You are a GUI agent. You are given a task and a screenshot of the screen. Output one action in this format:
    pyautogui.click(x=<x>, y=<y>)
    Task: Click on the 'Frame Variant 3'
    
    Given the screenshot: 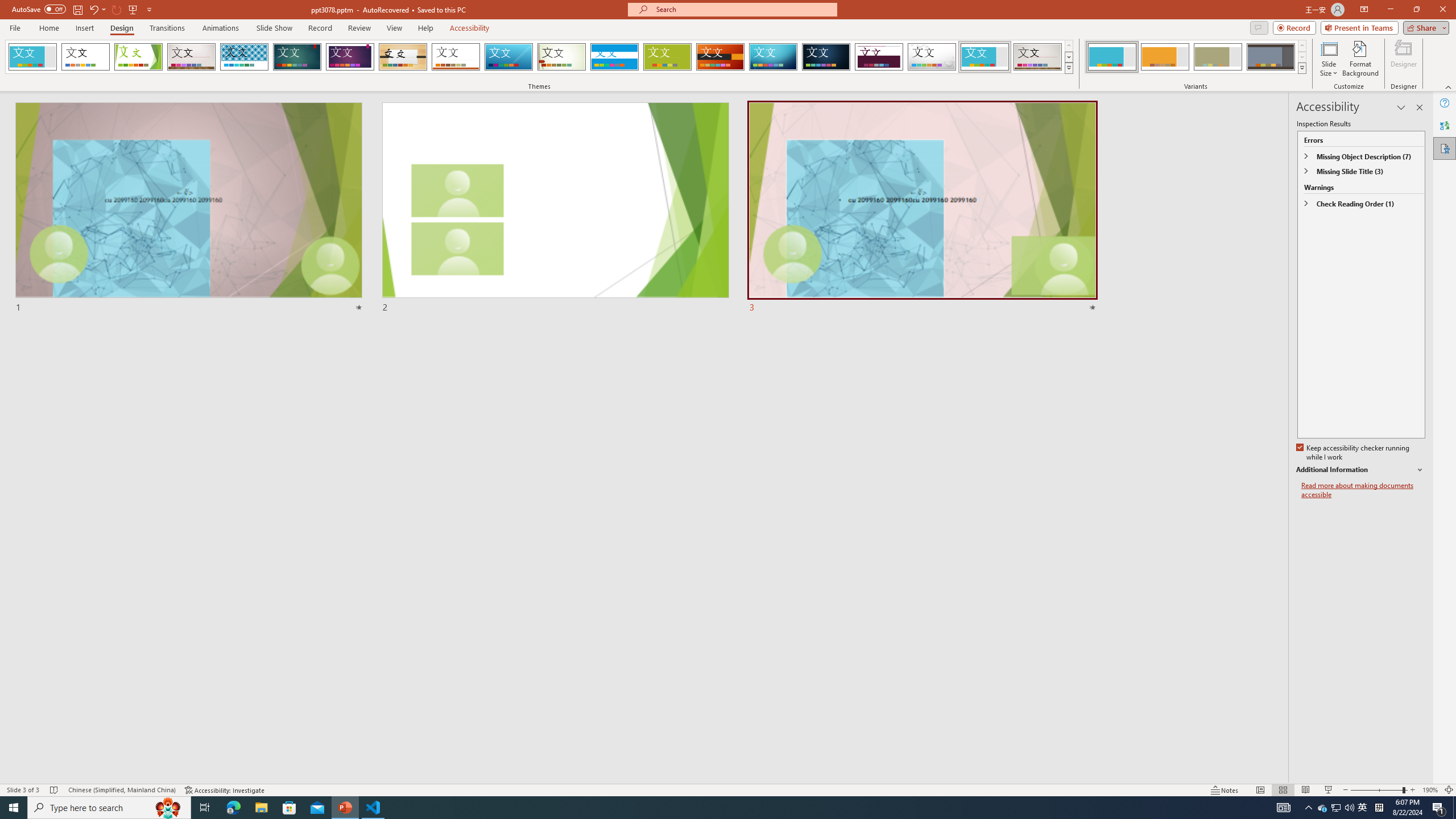 What is the action you would take?
    pyautogui.click(x=1217, y=56)
    